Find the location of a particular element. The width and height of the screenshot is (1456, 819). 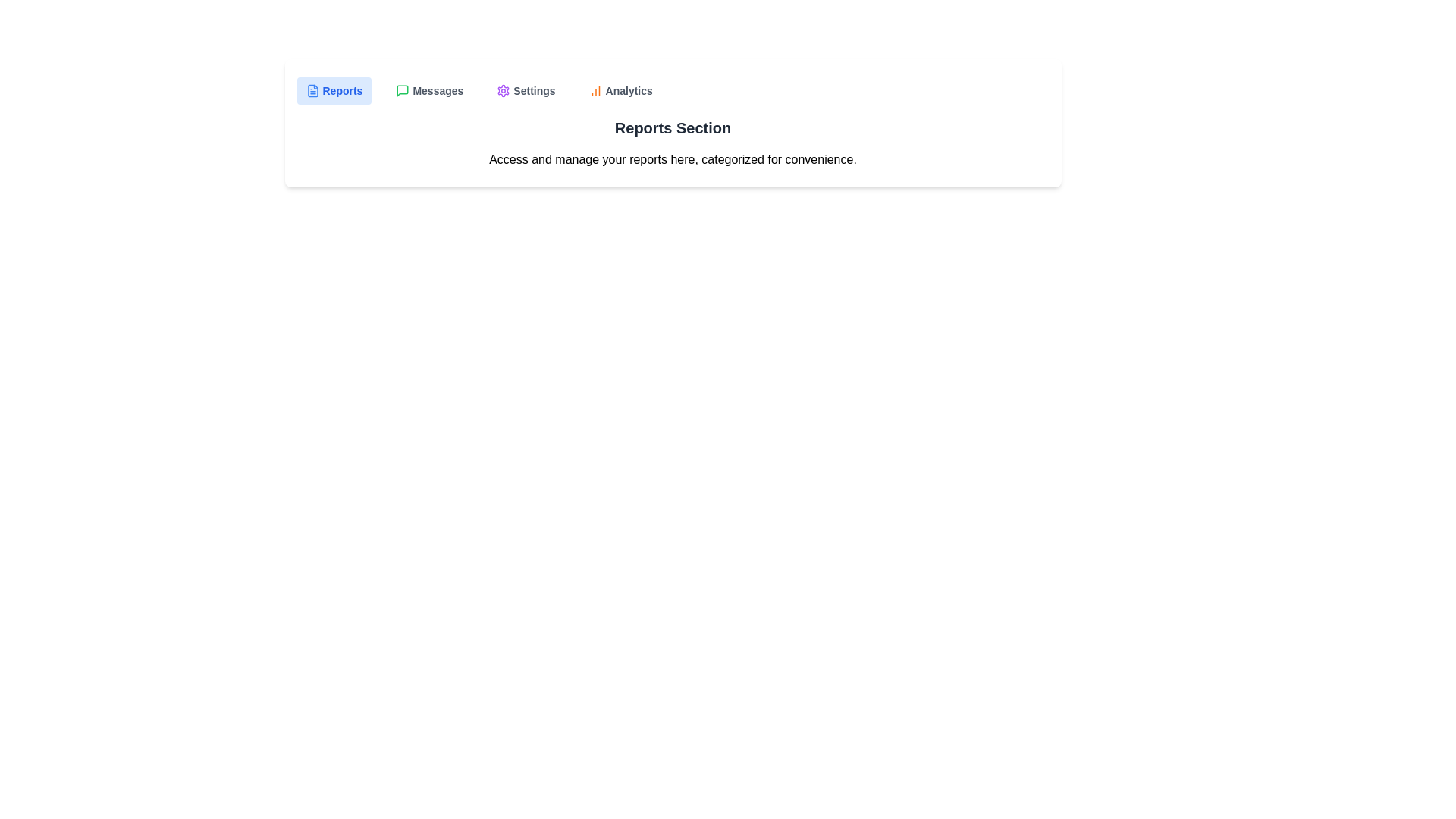

the messaging icon located in the navigation bar, which is positioned to the right of the 'Reports' button and to the left of the 'Settings' icon is located at coordinates (403, 90).